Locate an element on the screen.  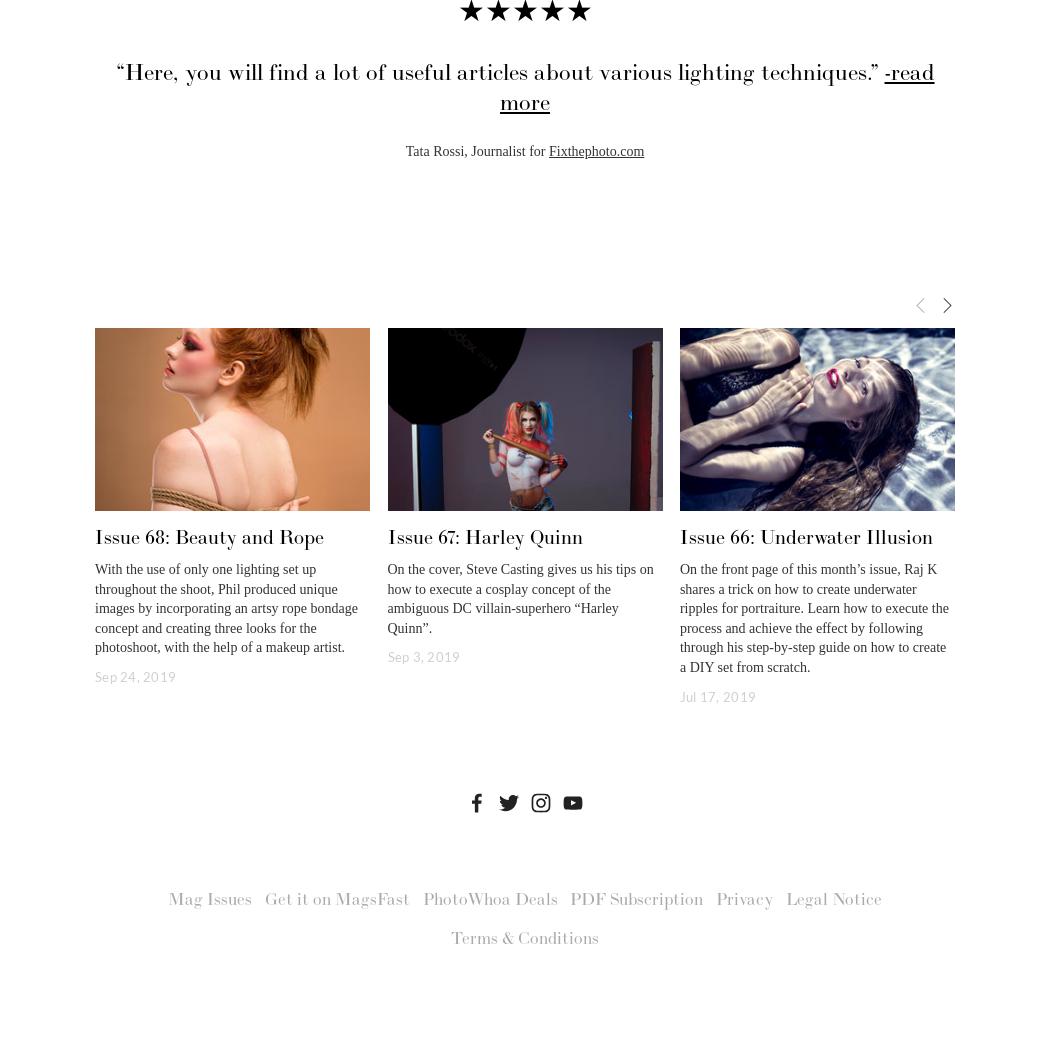
'Issue 67: Harley Quinn' is located at coordinates (484, 537).